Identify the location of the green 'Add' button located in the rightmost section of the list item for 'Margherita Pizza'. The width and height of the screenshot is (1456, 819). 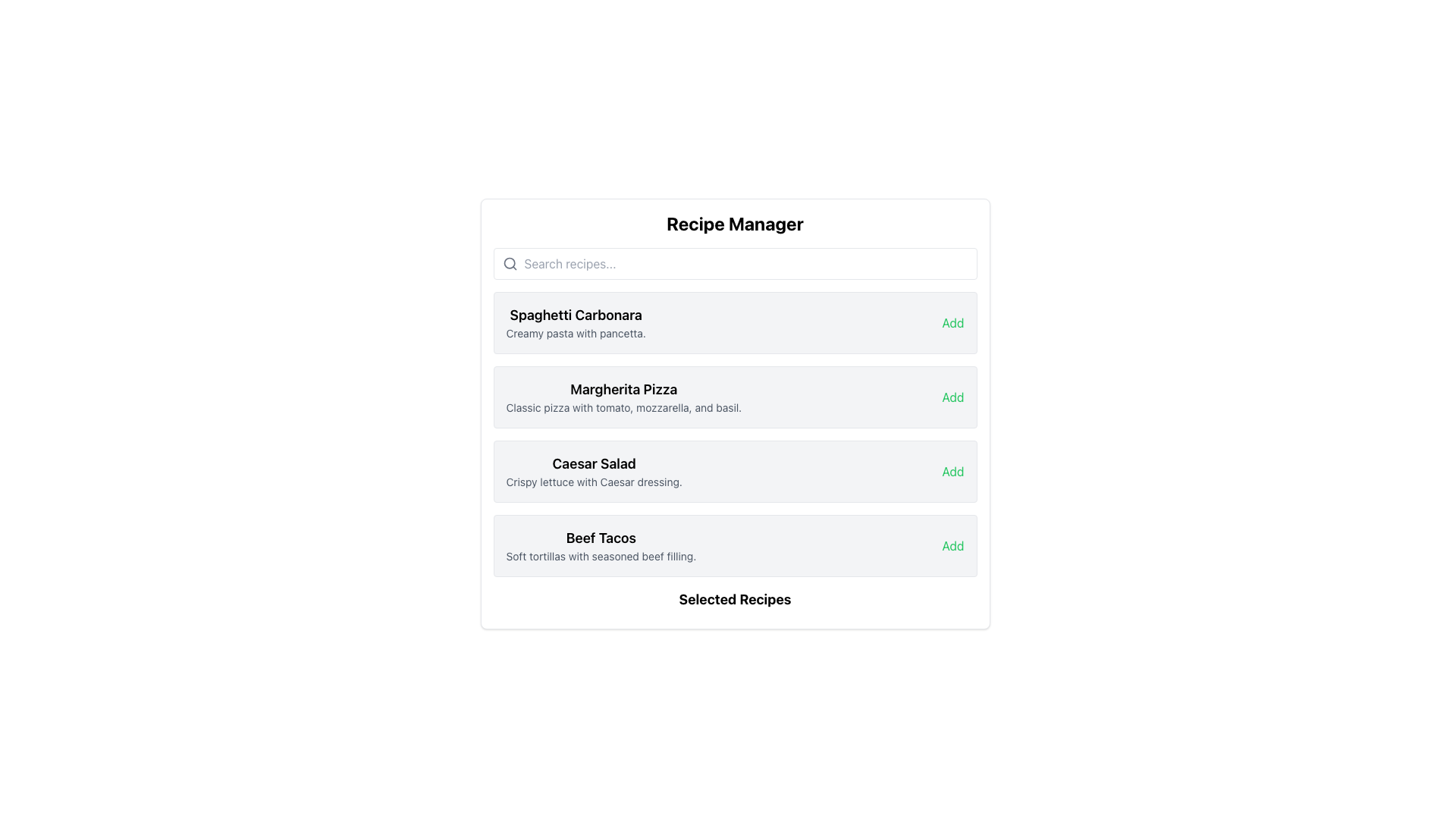
(952, 397).